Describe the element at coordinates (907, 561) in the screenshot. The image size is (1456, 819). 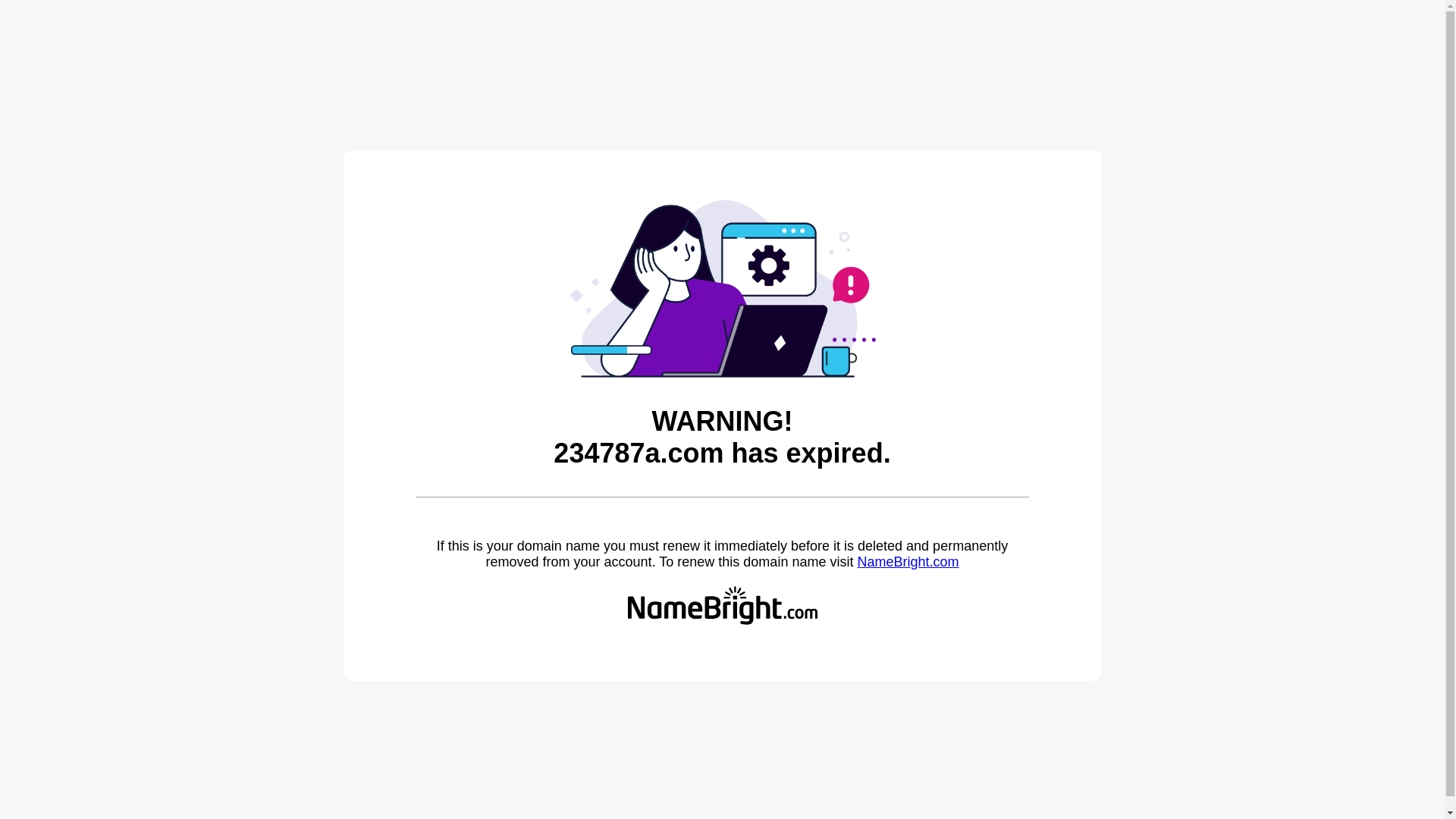
I see `'NameBright.com'` at that location.